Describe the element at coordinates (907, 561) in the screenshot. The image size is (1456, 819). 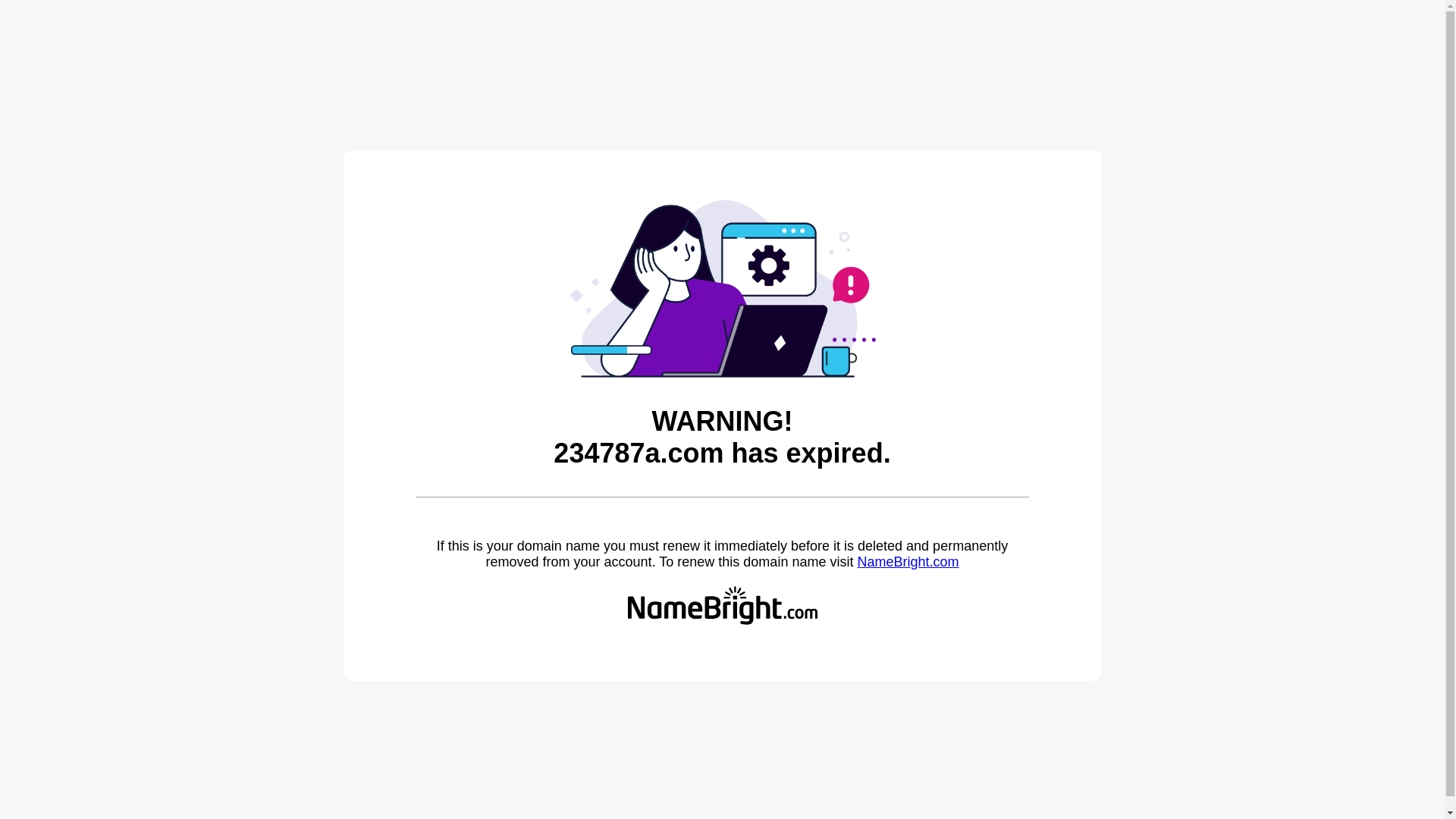
I see `'NameBright.com'` at that location.